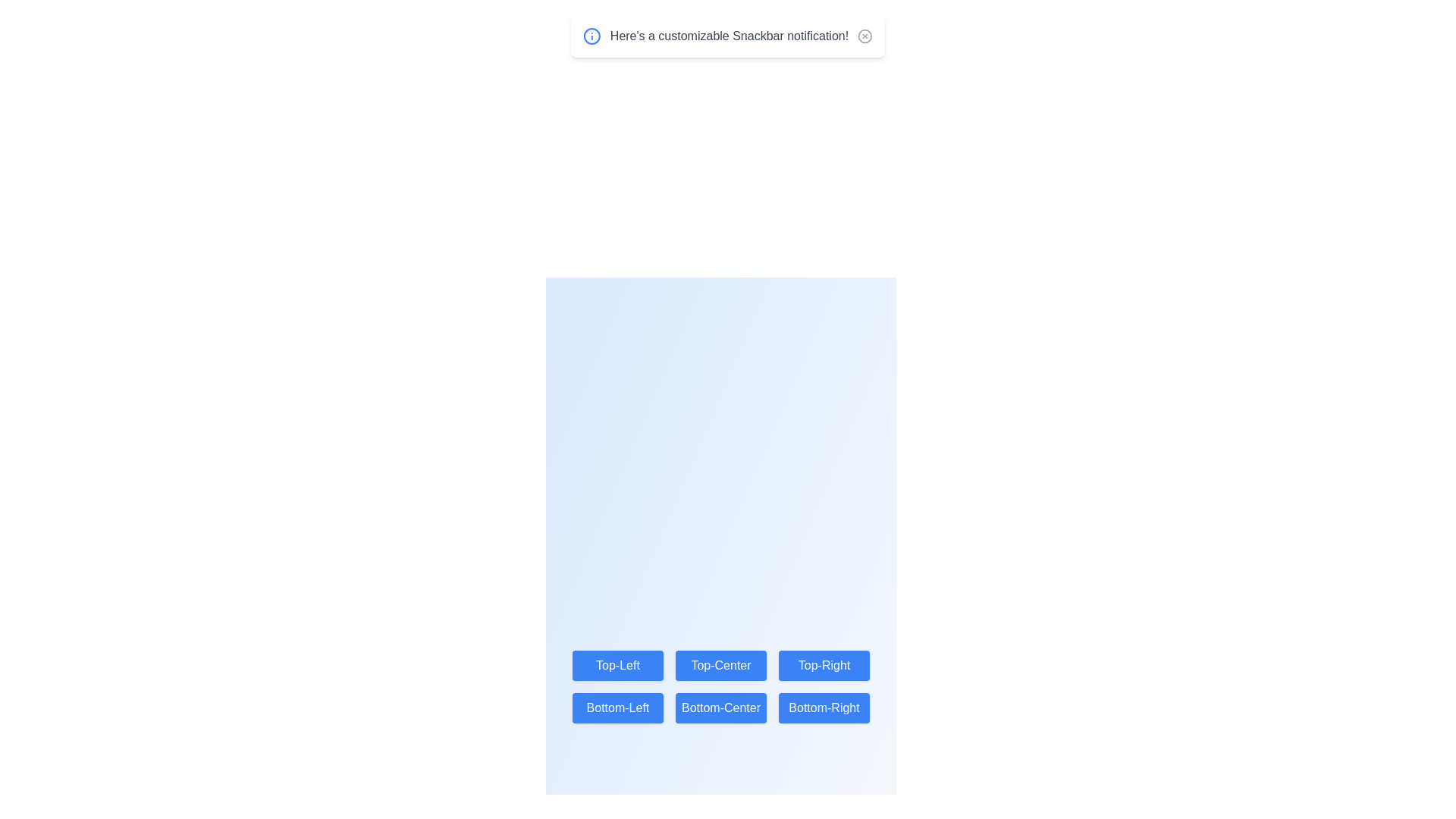 The height and width of the screenshot is (819, 1456). What do you see at coordinates (824, 665) in the screenshot?
I see `the button labeled Top-Right to change the Snackbar position` at bounding box center [824, 665].